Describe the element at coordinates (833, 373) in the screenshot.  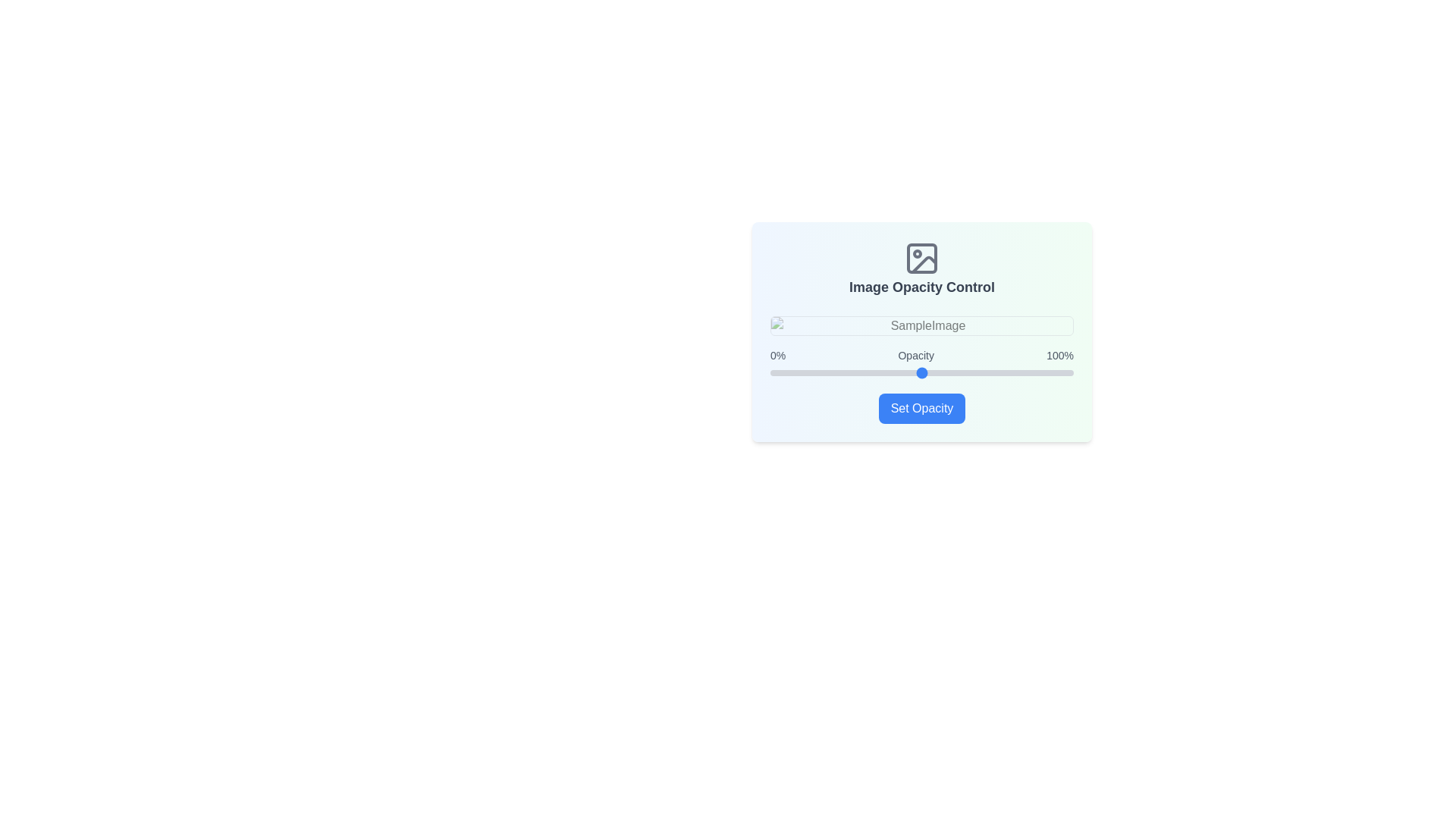
I see `the slider to set the opacity to 21%` at that location.